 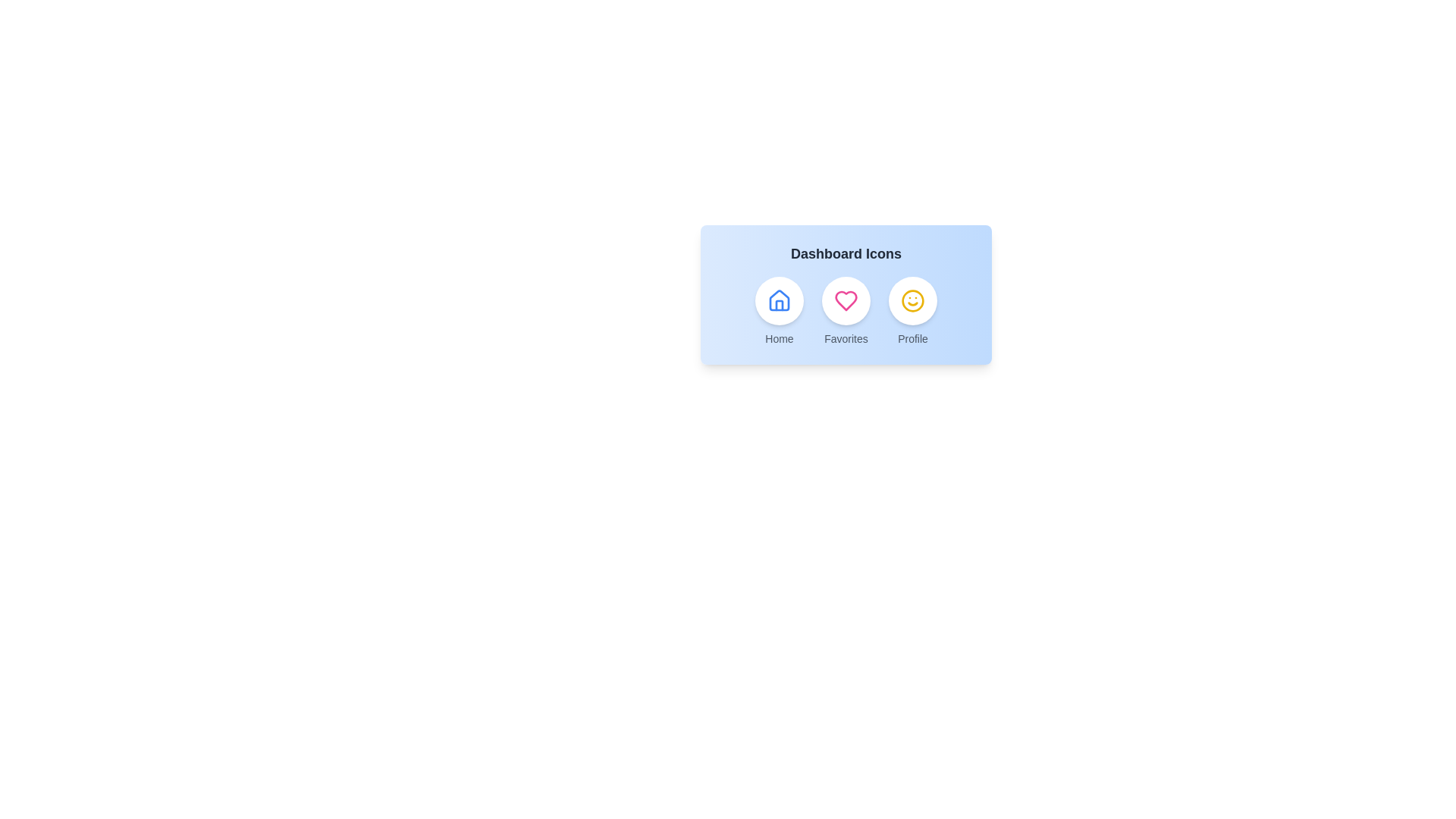 What do you see at coordinates (912, 301) in the screenshot?
I see `the smiley face icon, which is the third item in a horizontal row of three circular icons under the 'Profile' label` at bounding box center [912, 301].